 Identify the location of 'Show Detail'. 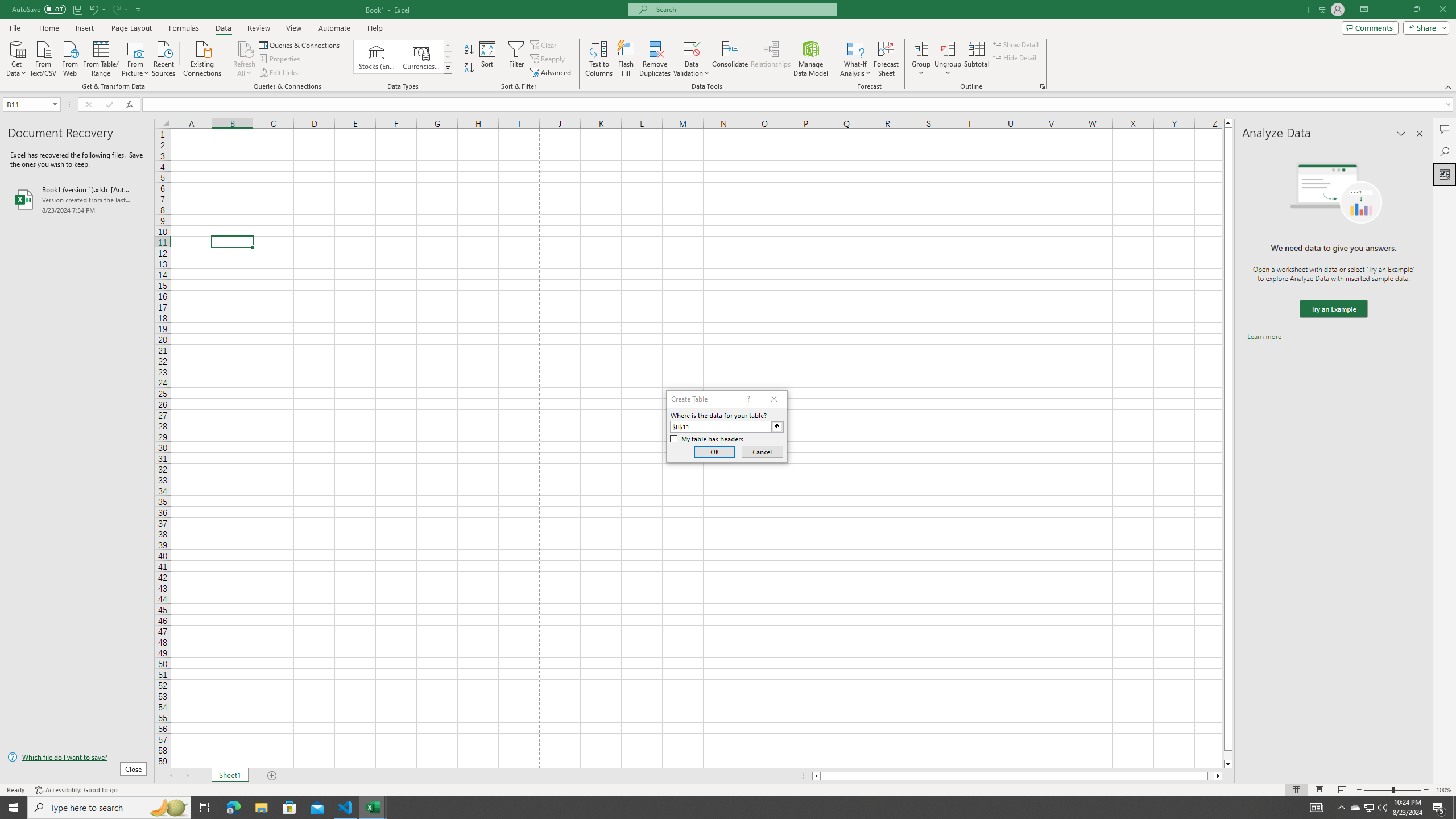
(1015, 44).